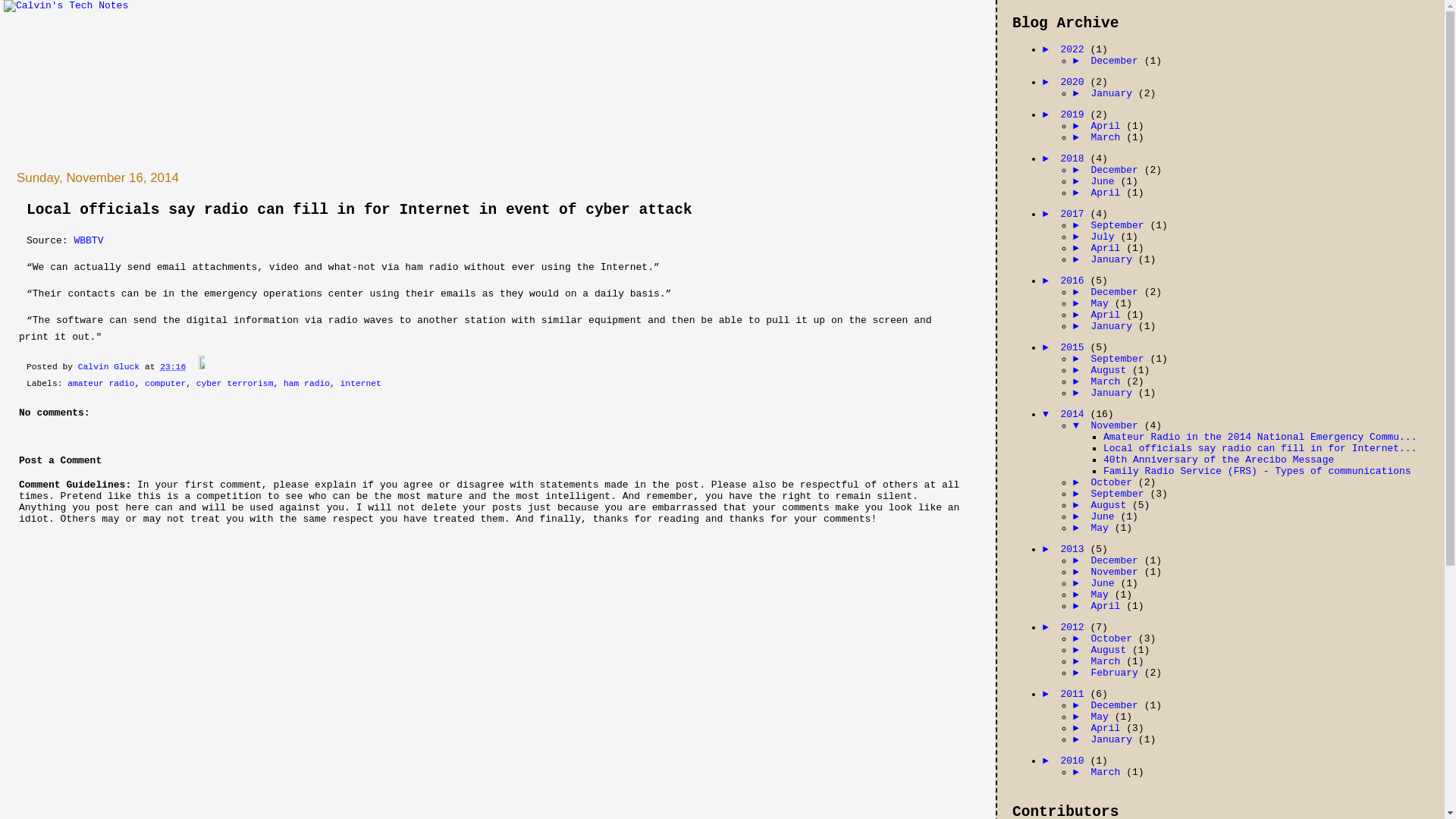 The image size is (1456, 819). Describe the element at coordinates (1260, 447) in the screenshot. I see `'Local officials say radio can fill in for Internet...'` at that location.